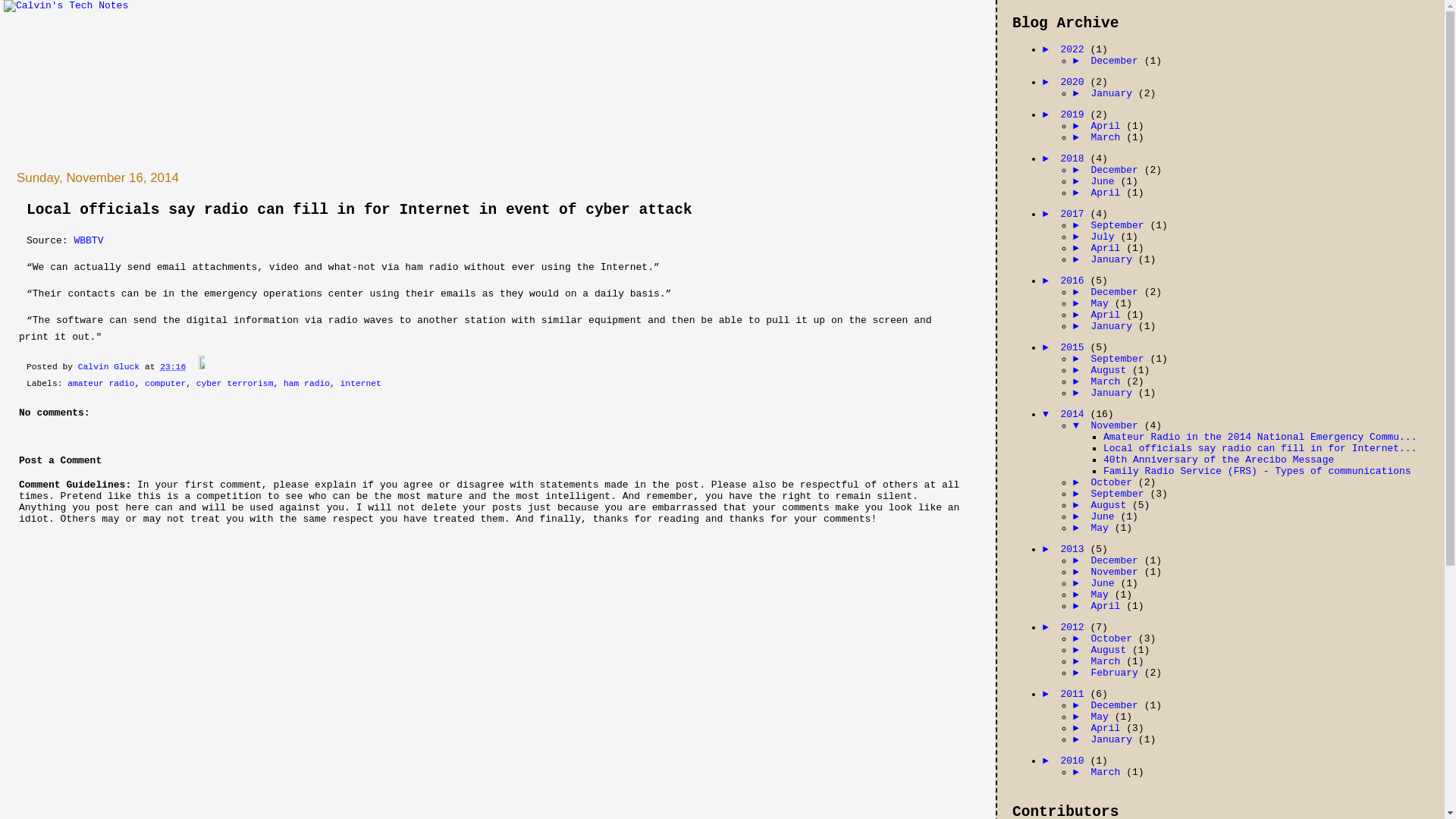 The image size is (1456, 819). Describe the element at coordinates (1260, 447) in the screenshot. I see `'Local officials say radio can fill in for Internet...'` at that location.